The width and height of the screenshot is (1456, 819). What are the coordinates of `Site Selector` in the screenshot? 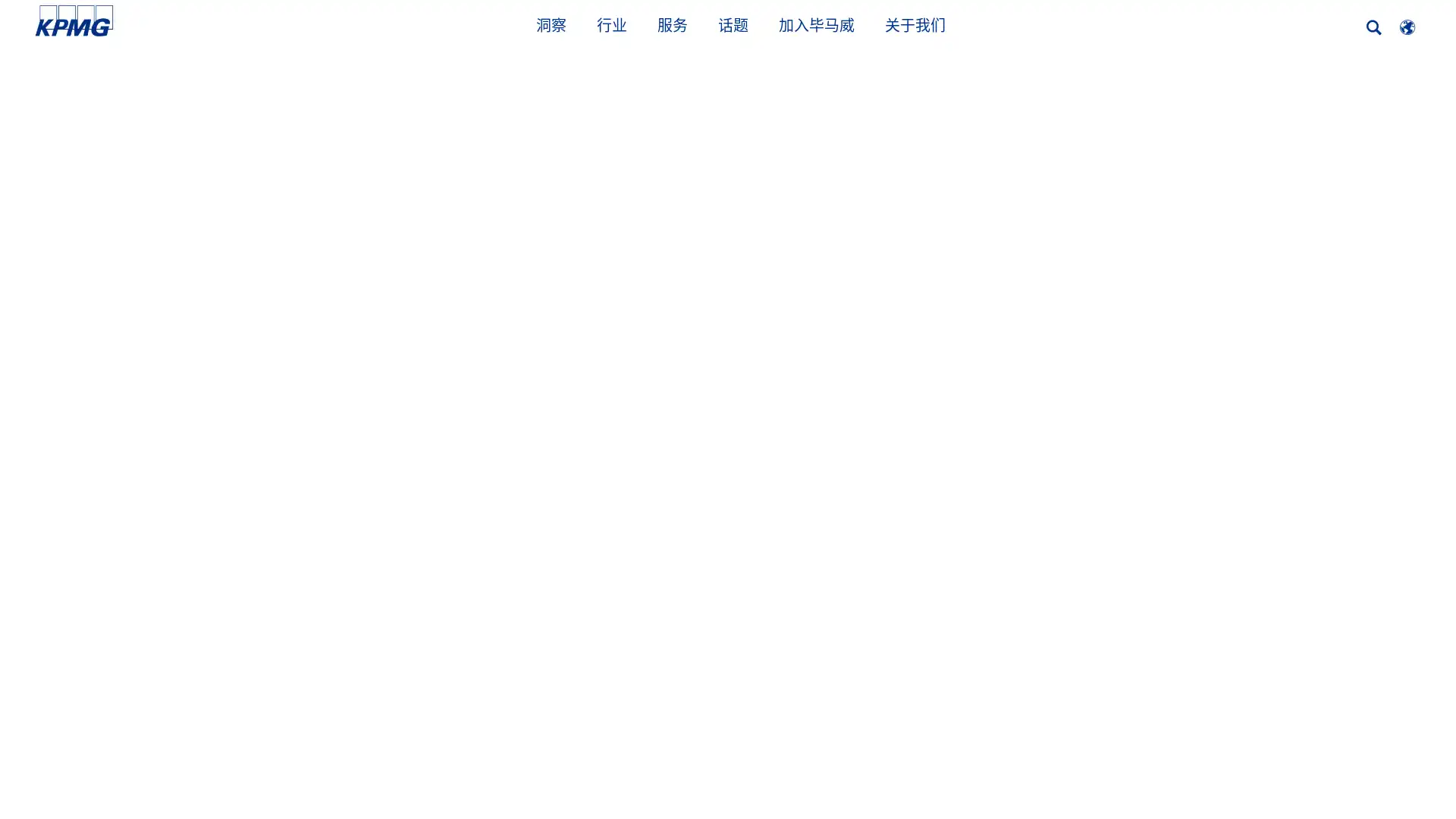 It's located at (1407, 27).